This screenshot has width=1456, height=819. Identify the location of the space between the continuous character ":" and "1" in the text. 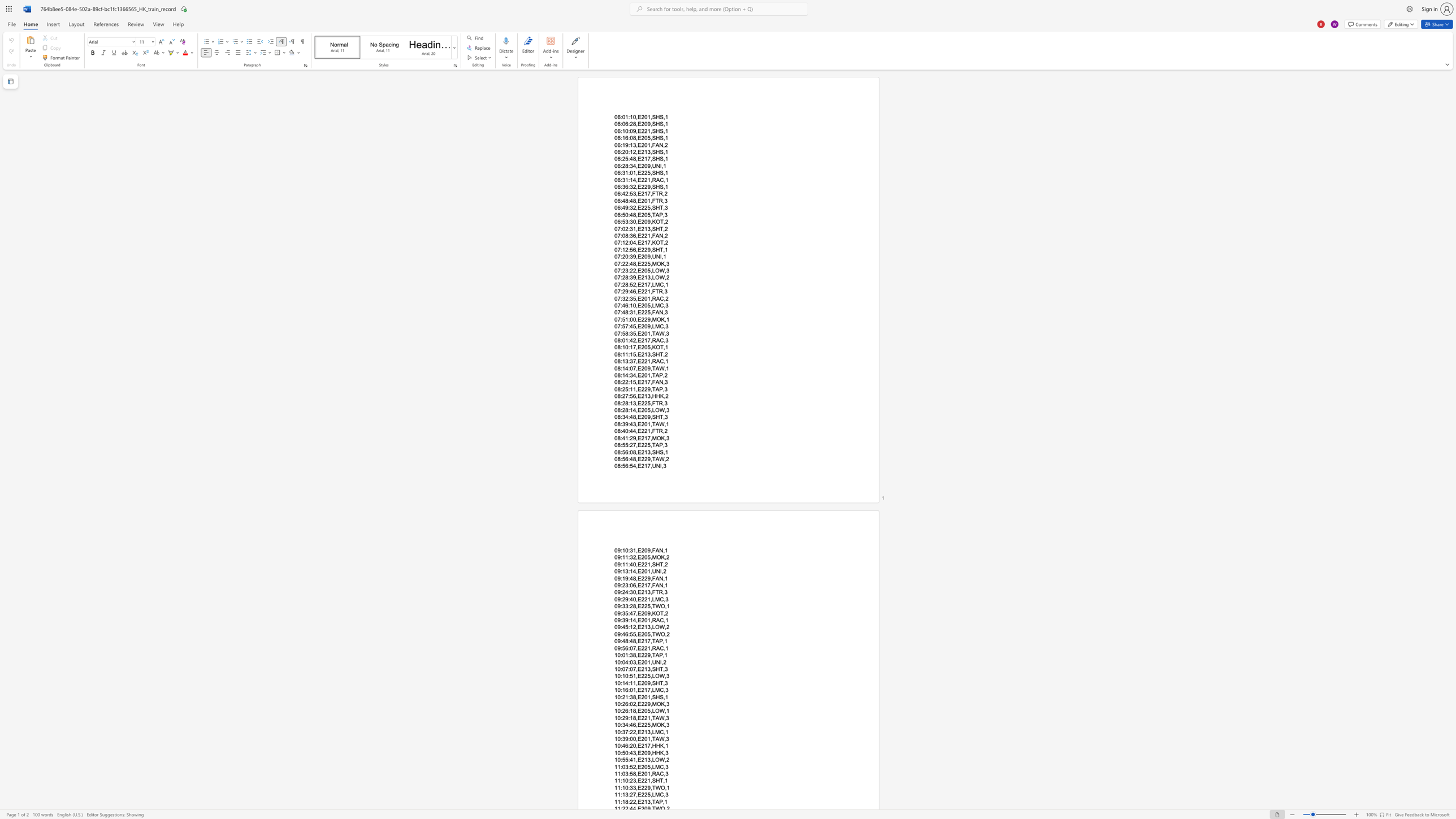
(622, 557).